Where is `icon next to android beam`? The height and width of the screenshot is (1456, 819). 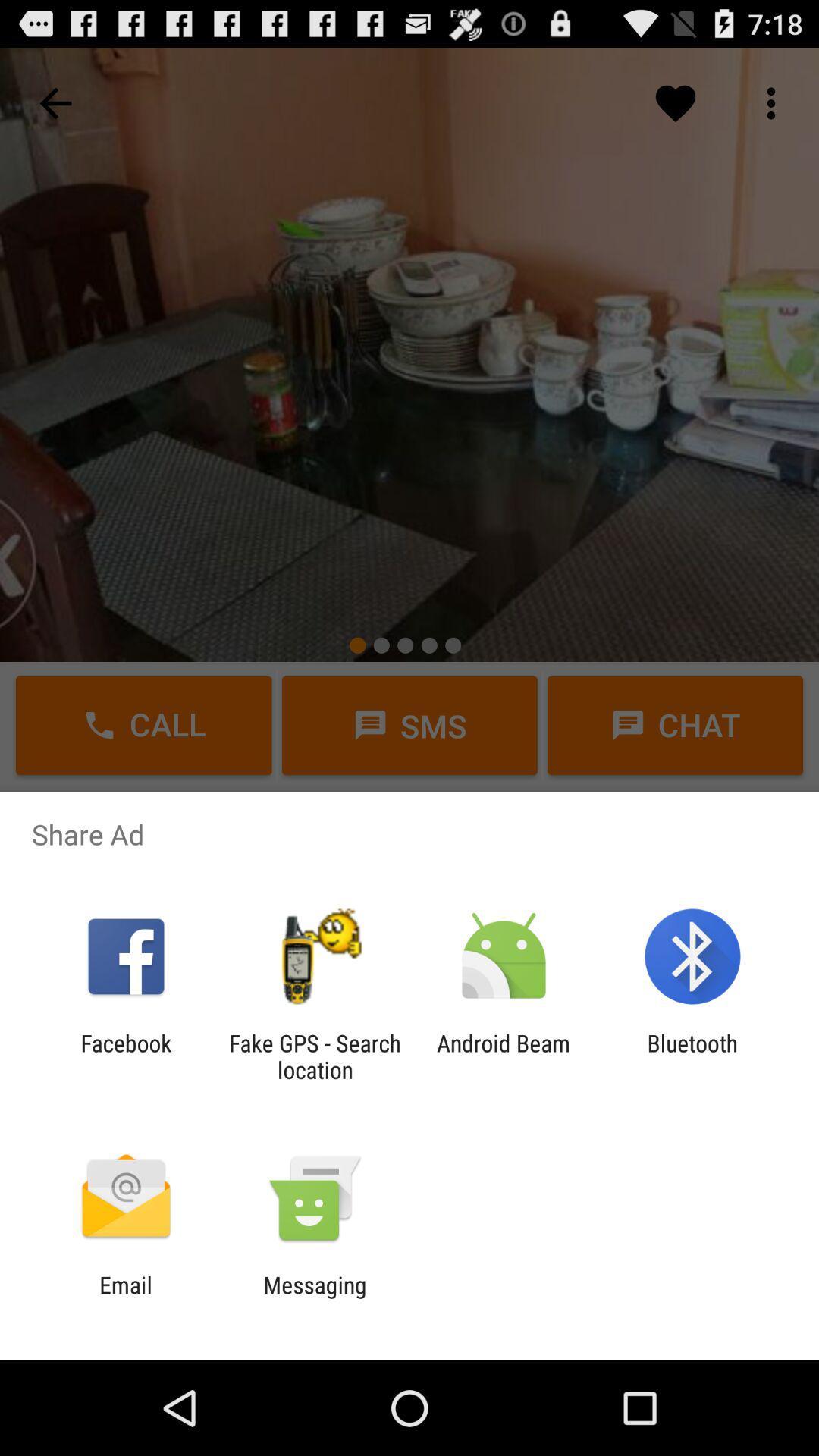 icon next to android beam is located at coordinates (314, 1056).